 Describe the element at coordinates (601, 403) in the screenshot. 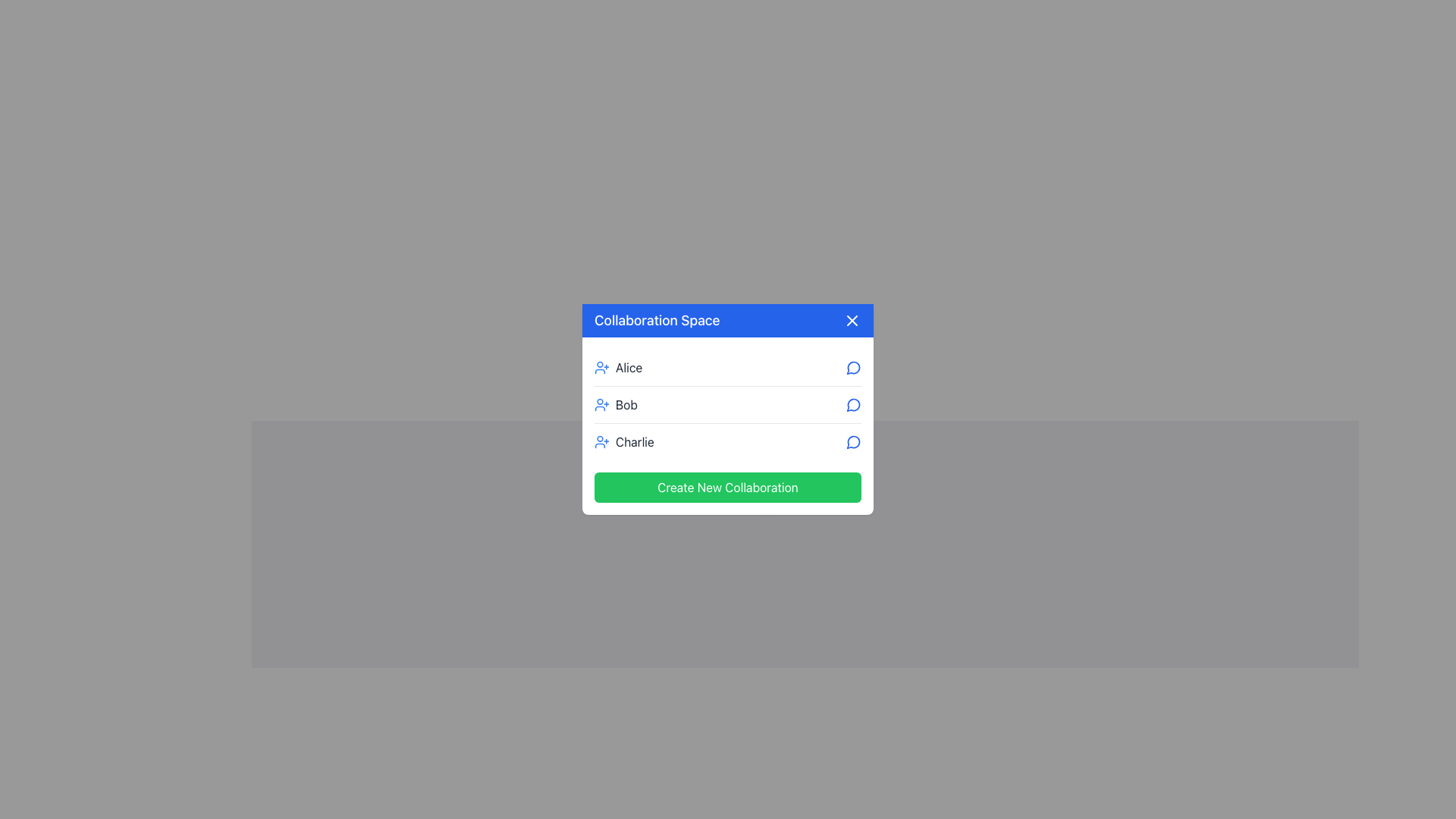

I see `the Icon button to the left of the name 'Bob' in the second row of the 'Collaboration Space' popup` at that location.